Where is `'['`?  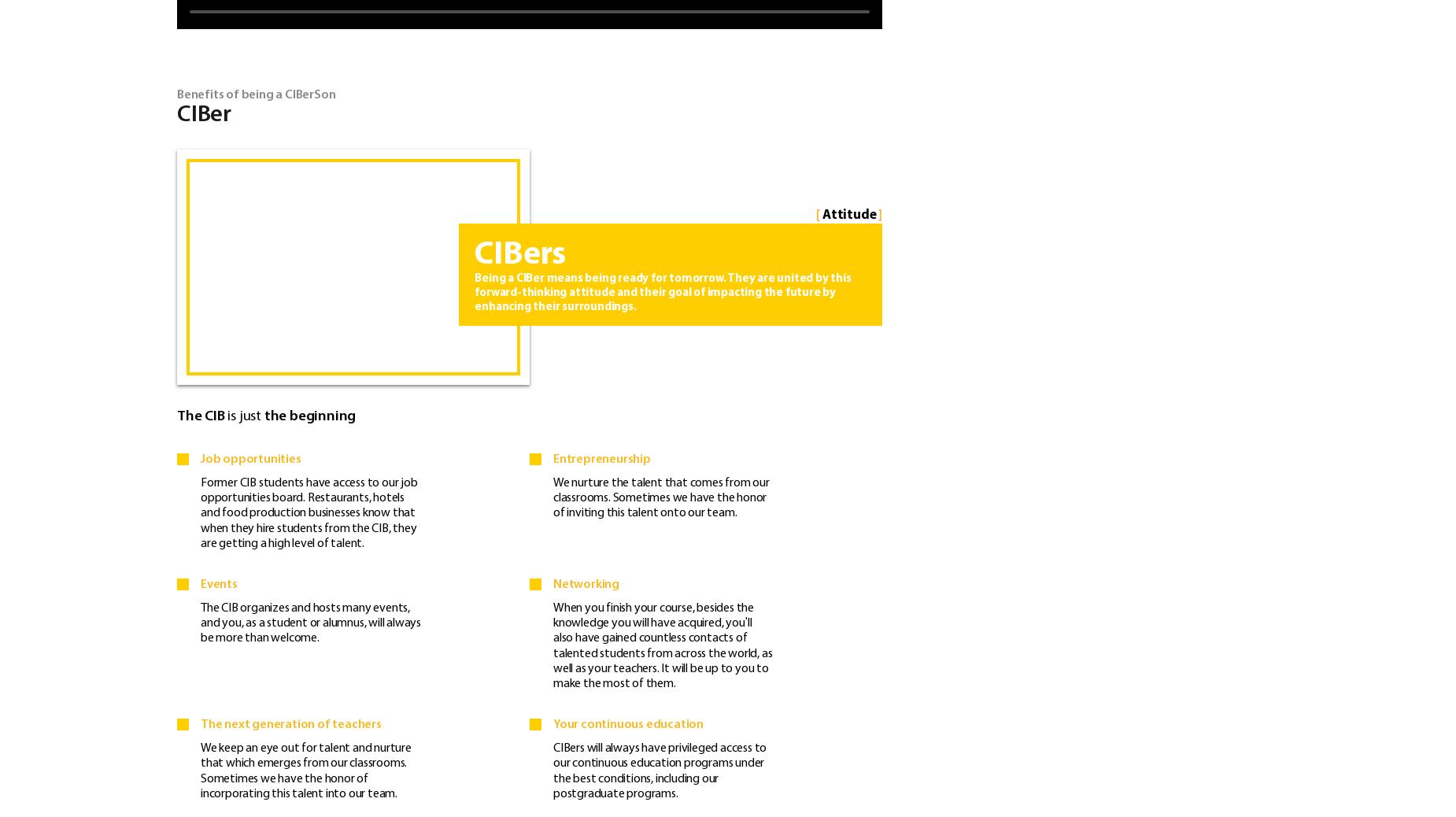
'[' is located at coordinates (817, 215).